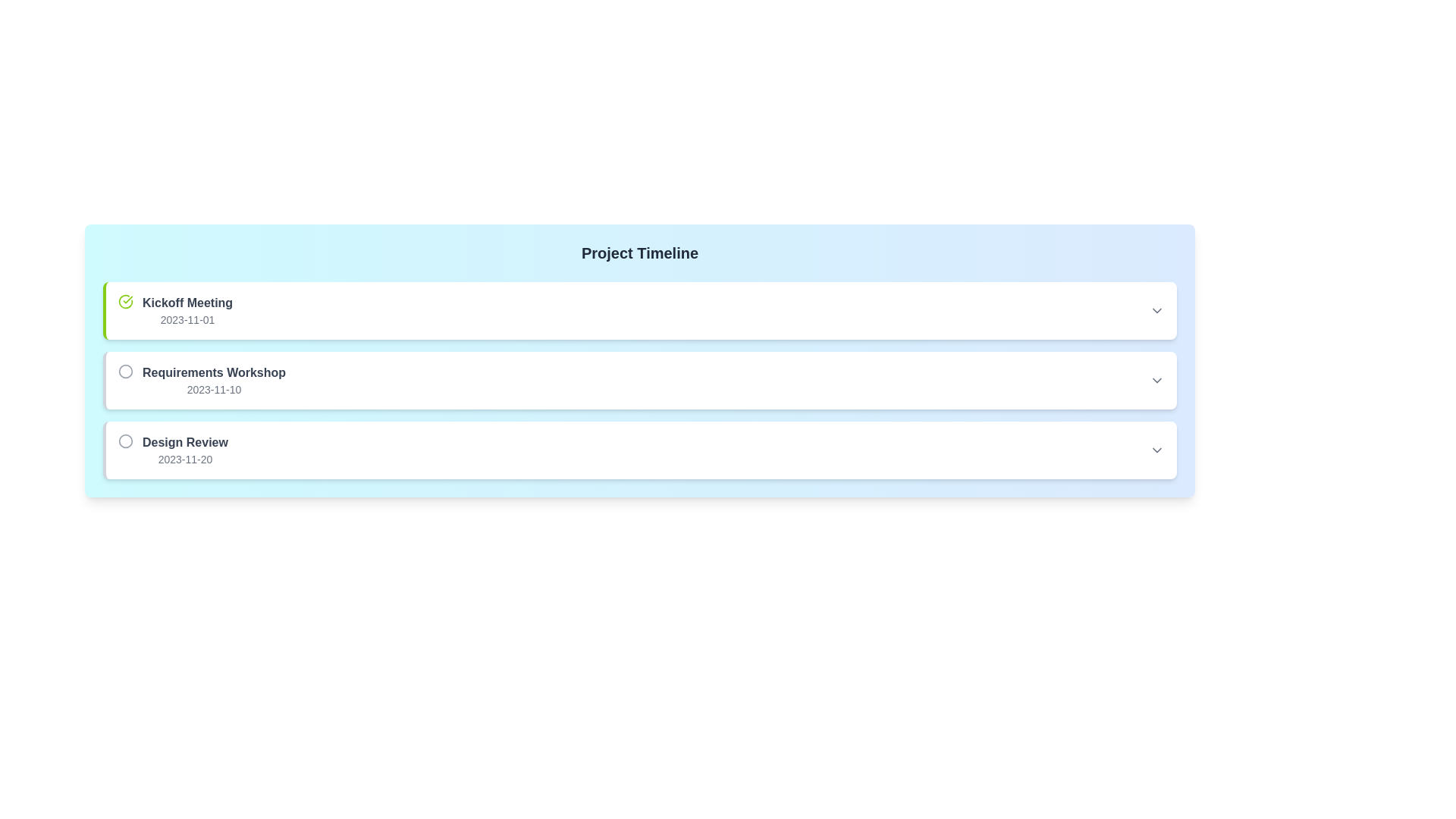  Describe the element at coordinates (187, 318) in the screenshot. I see `the static text displaying the date '2023-11-01', which is positioned below the 'Kickoff Meeting' title in gray color` at that location.